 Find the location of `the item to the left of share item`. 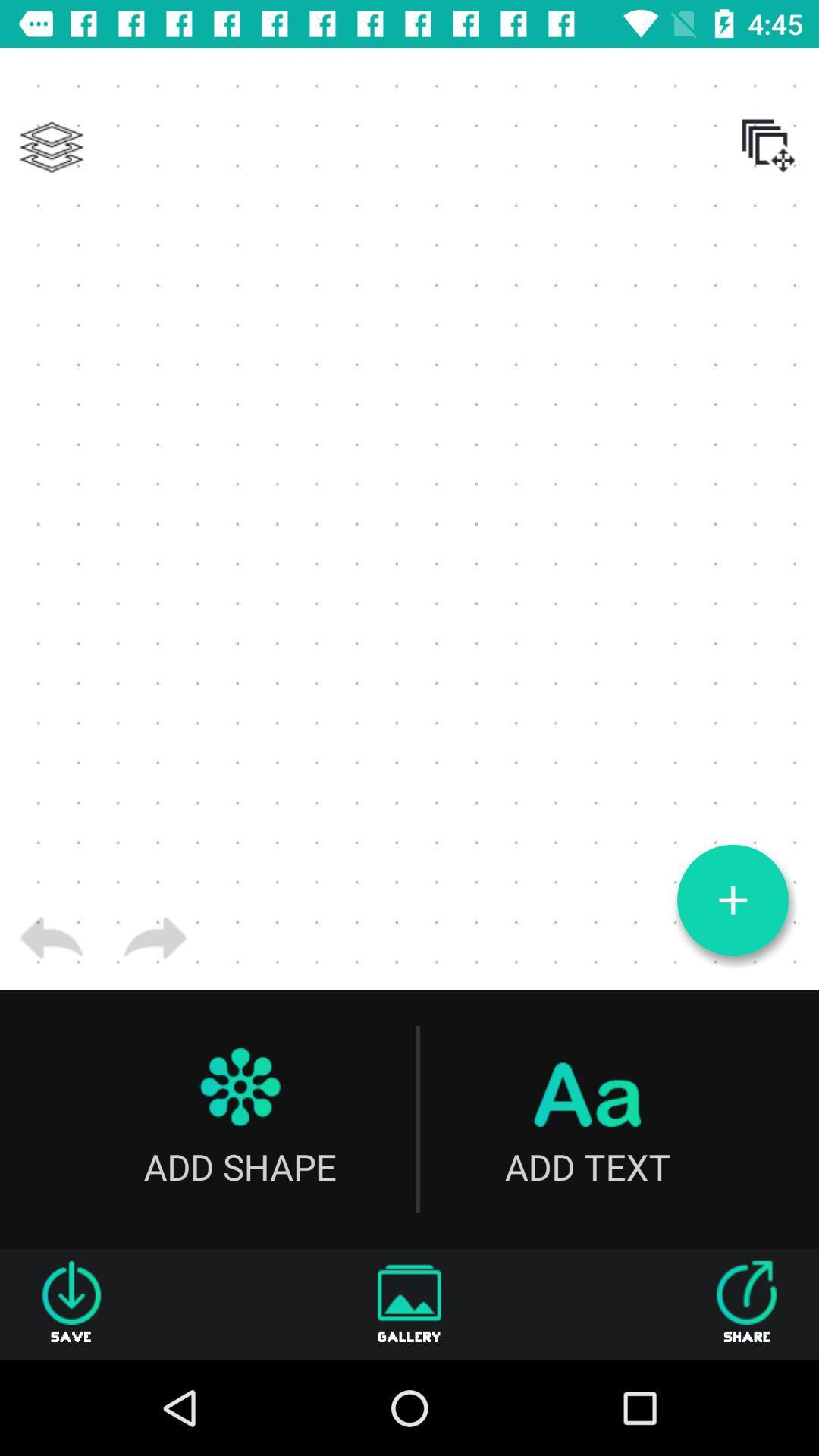

the item to the left of share item is located at coordinates (409, 1304).